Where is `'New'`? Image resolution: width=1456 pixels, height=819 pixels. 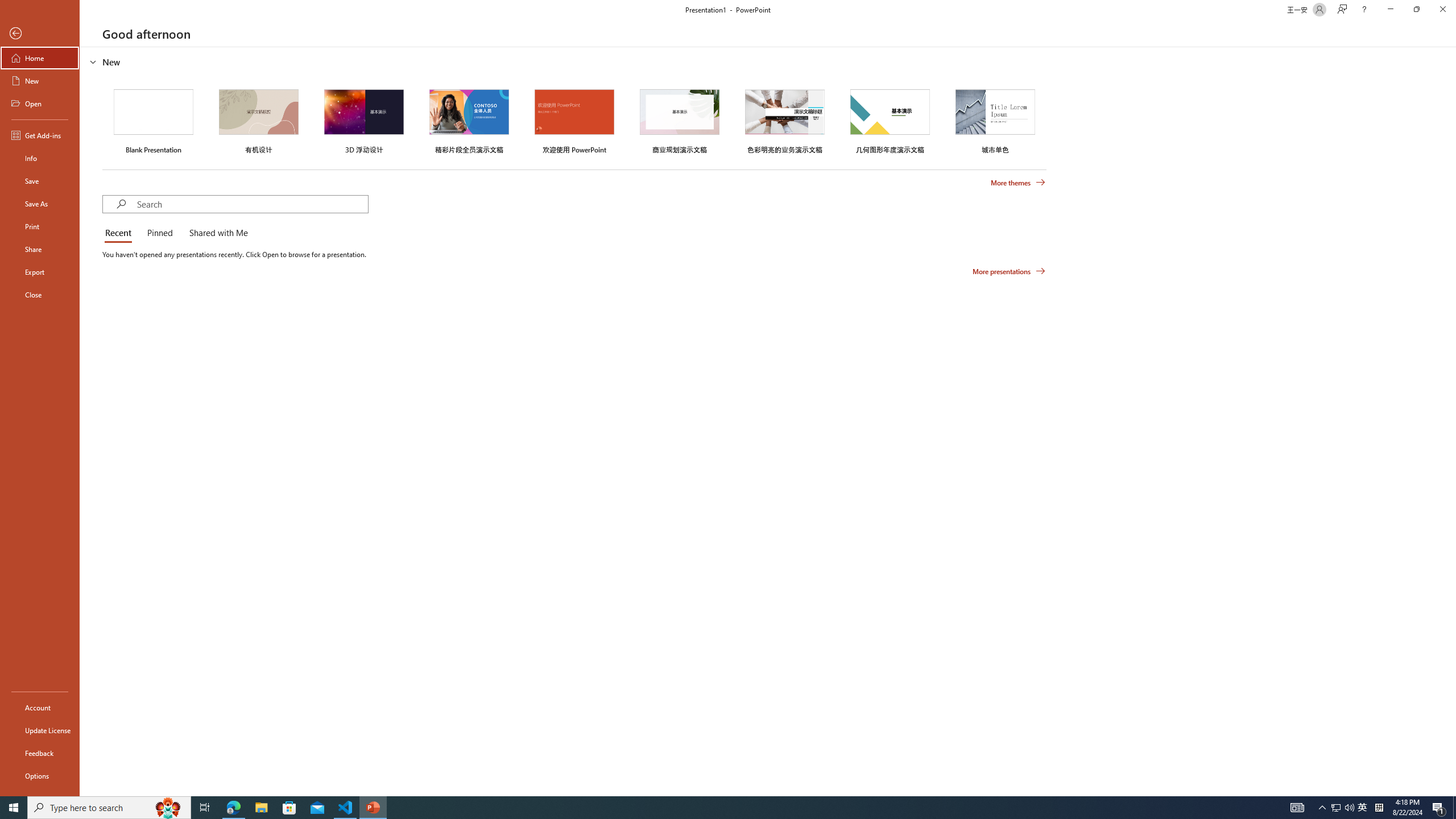
'New' is located at coordinates (39, 80).